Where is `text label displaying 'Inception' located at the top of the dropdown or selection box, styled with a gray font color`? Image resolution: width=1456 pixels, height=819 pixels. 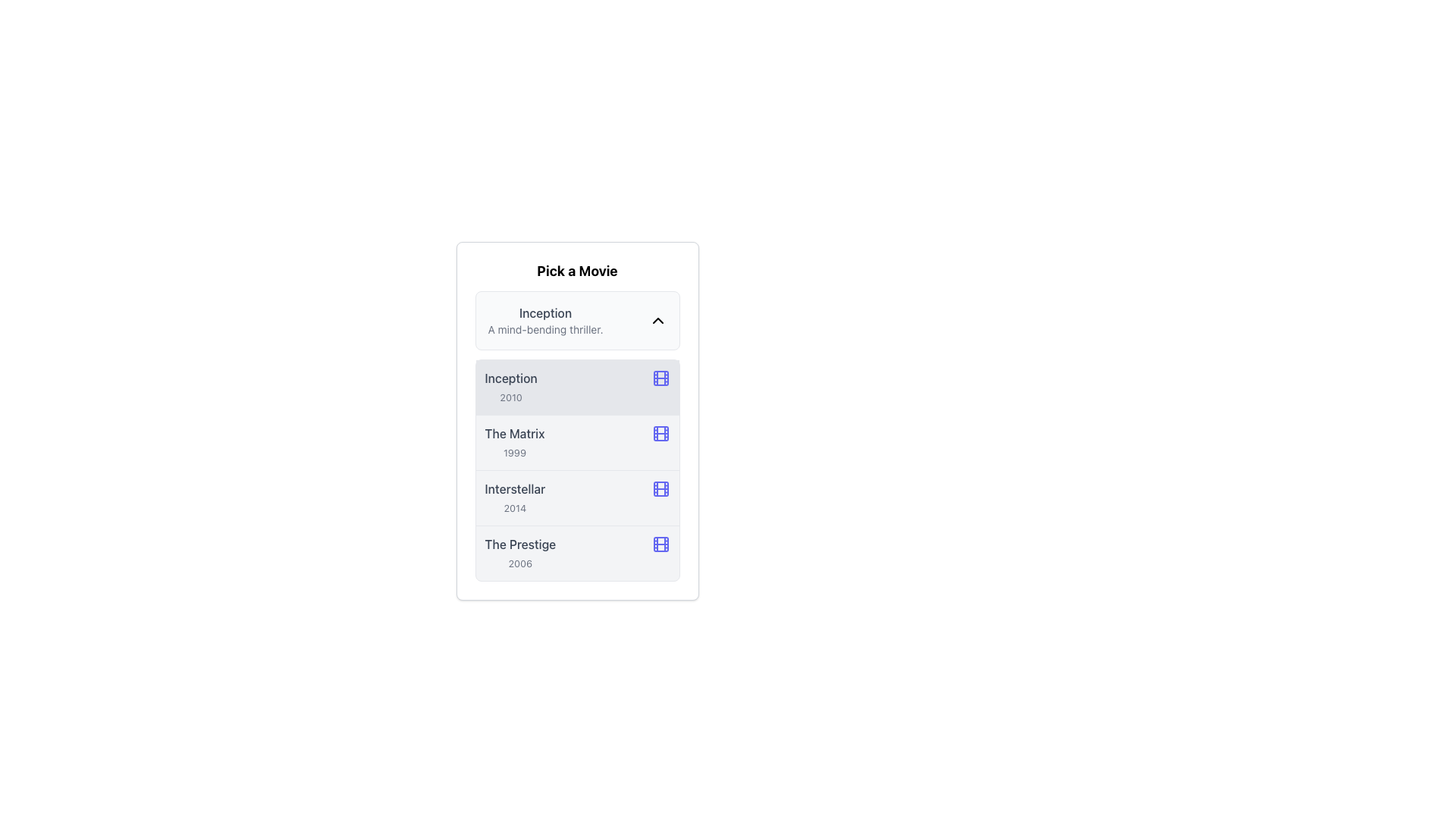
text label displaying 'Inception' located at the top of the dropdown or selection box, styled with a gray font color is located at coordinates (545, 312).